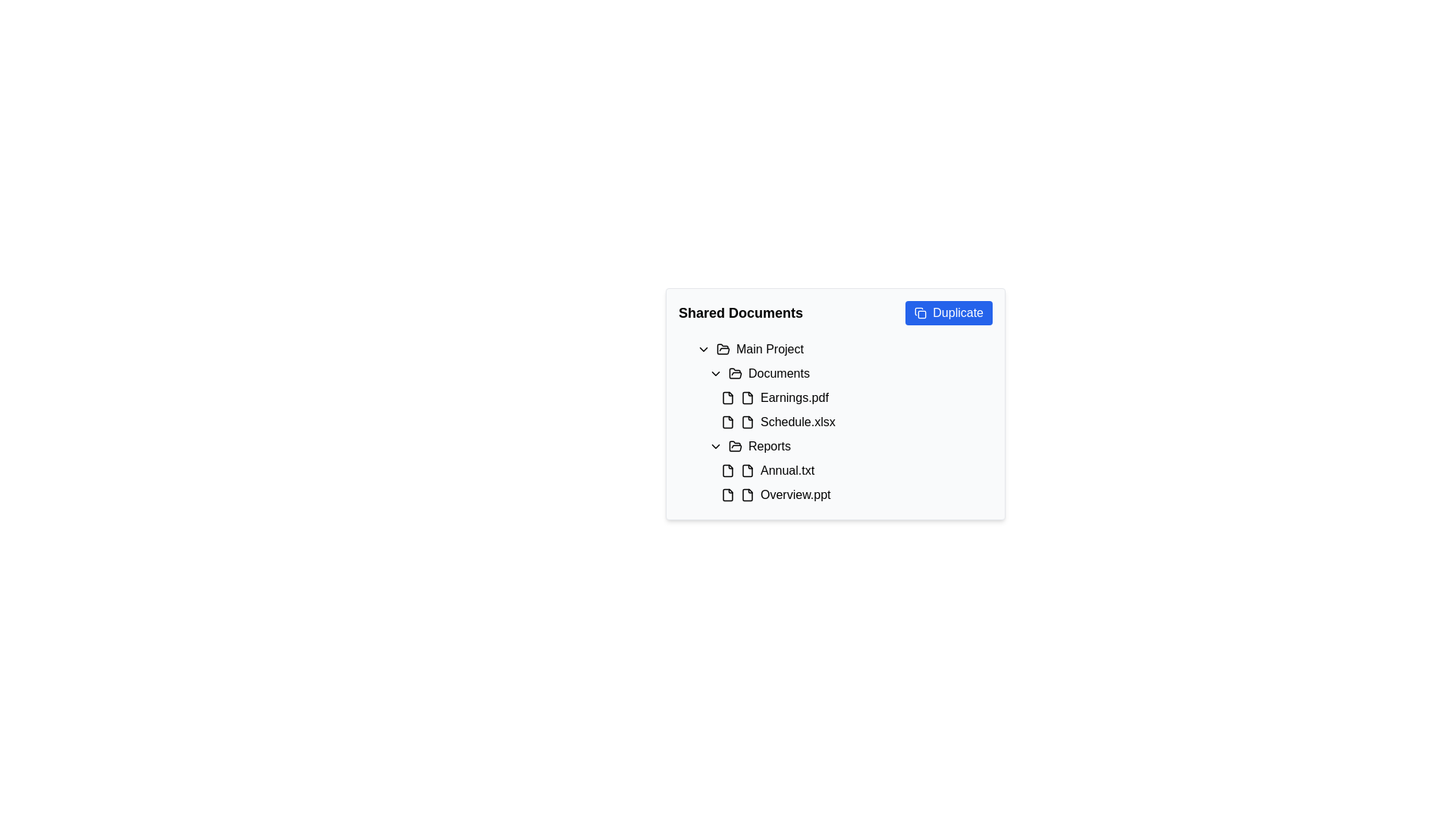  I want to click on the document icon, which resembles a file with rounded corners and a fold at the top-right, located to the left of the 'Earnings.pdf' label in the 'Shared Documents' section, so click(747, 397).